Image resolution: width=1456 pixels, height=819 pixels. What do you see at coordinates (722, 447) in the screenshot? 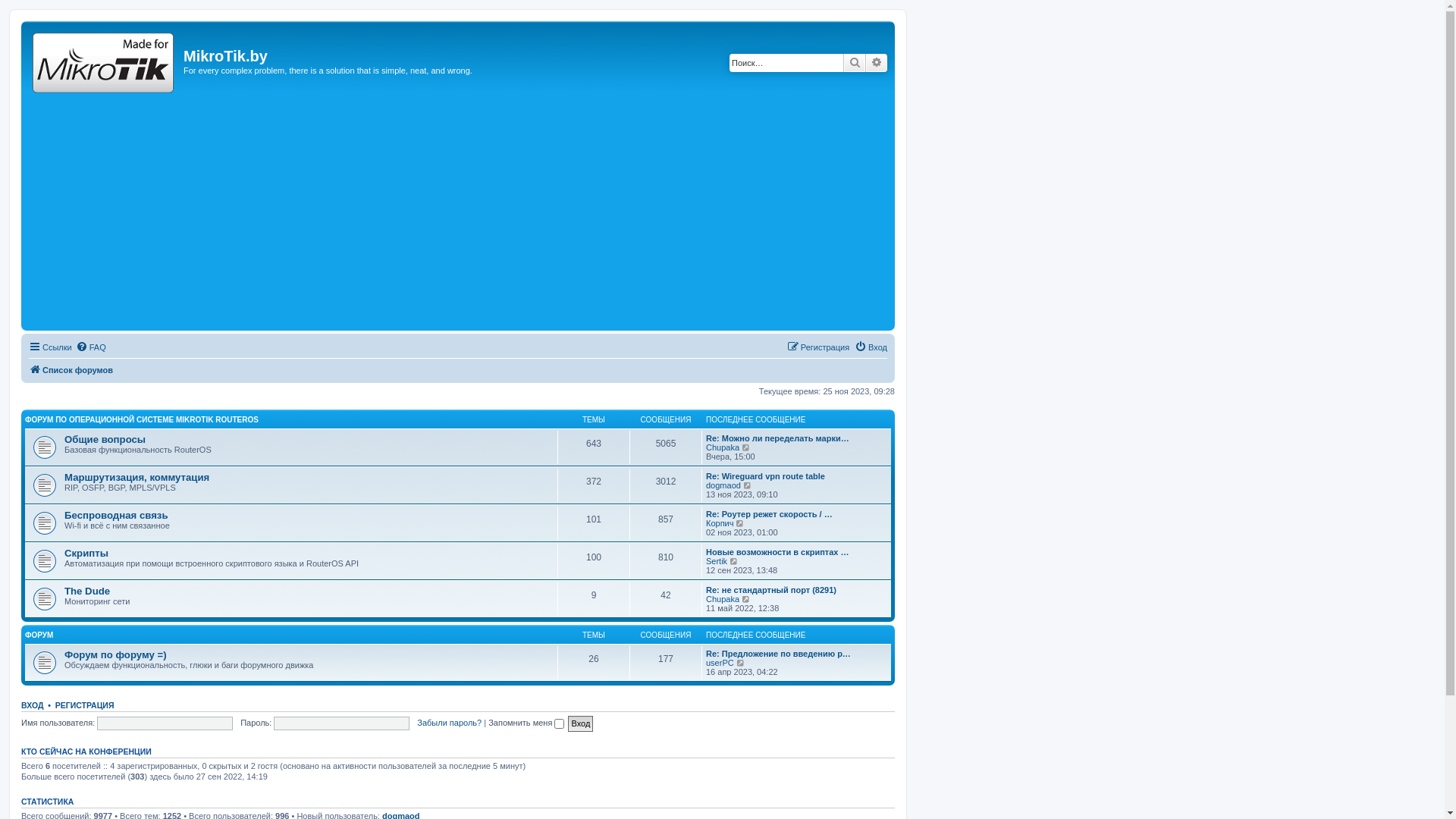
I see `'Chupaka'` at bounding box center [722, 447].